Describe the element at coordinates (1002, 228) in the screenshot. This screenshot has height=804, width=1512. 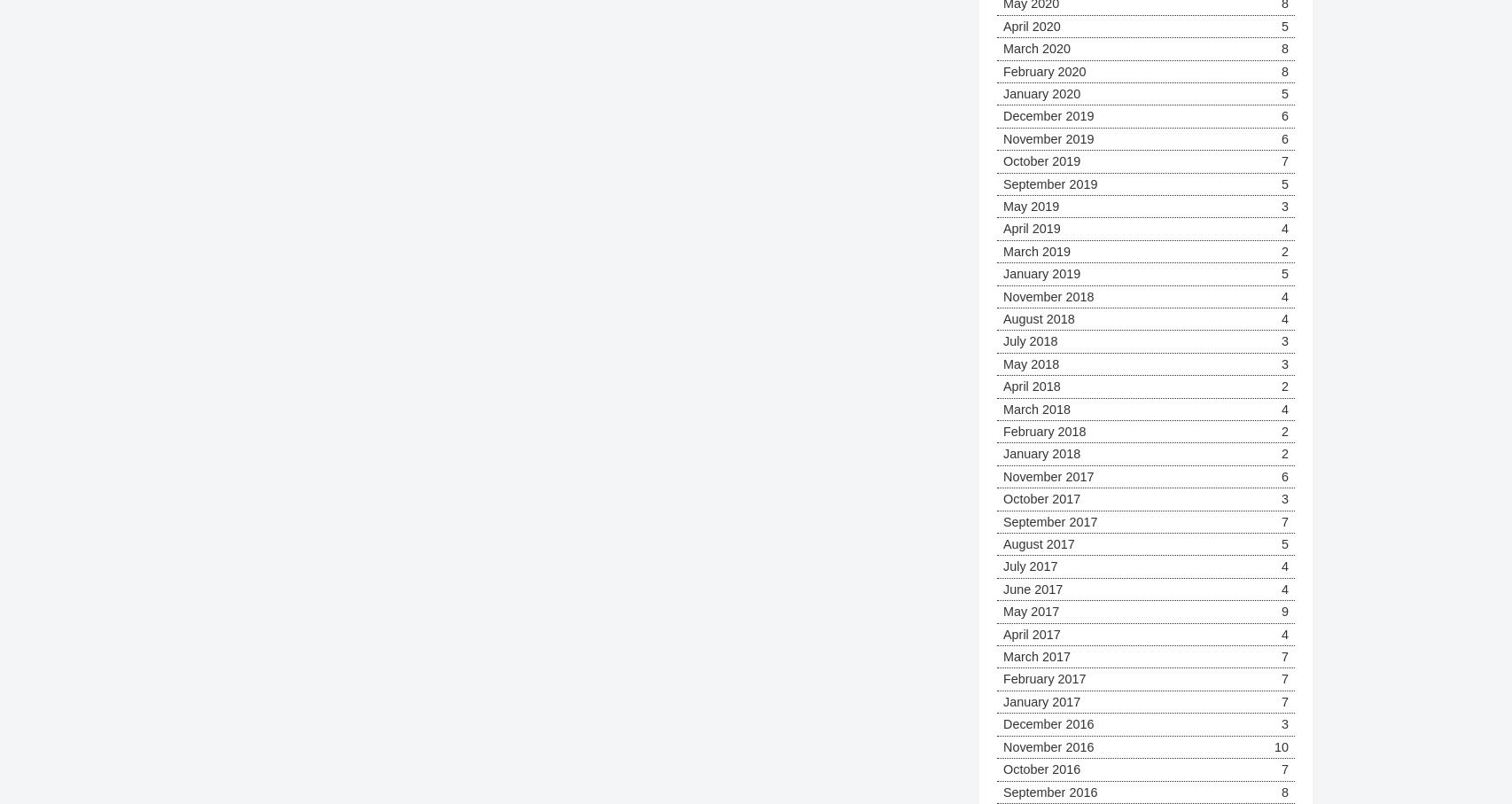
I see `'April 2019'` at that location.